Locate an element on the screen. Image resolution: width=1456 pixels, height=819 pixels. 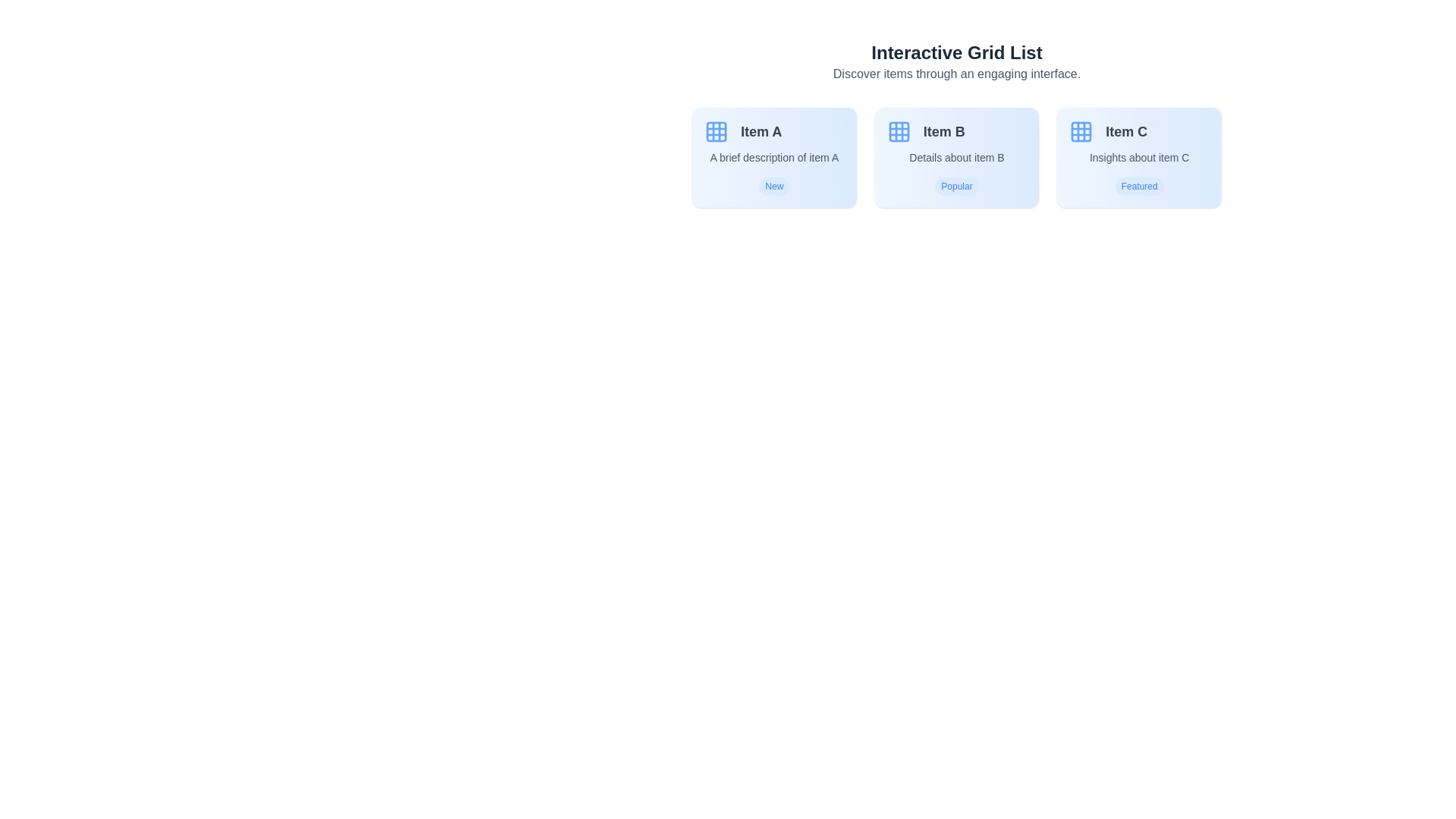
the tag associated with Item C to view its details is located at coordinates (1139, 186).